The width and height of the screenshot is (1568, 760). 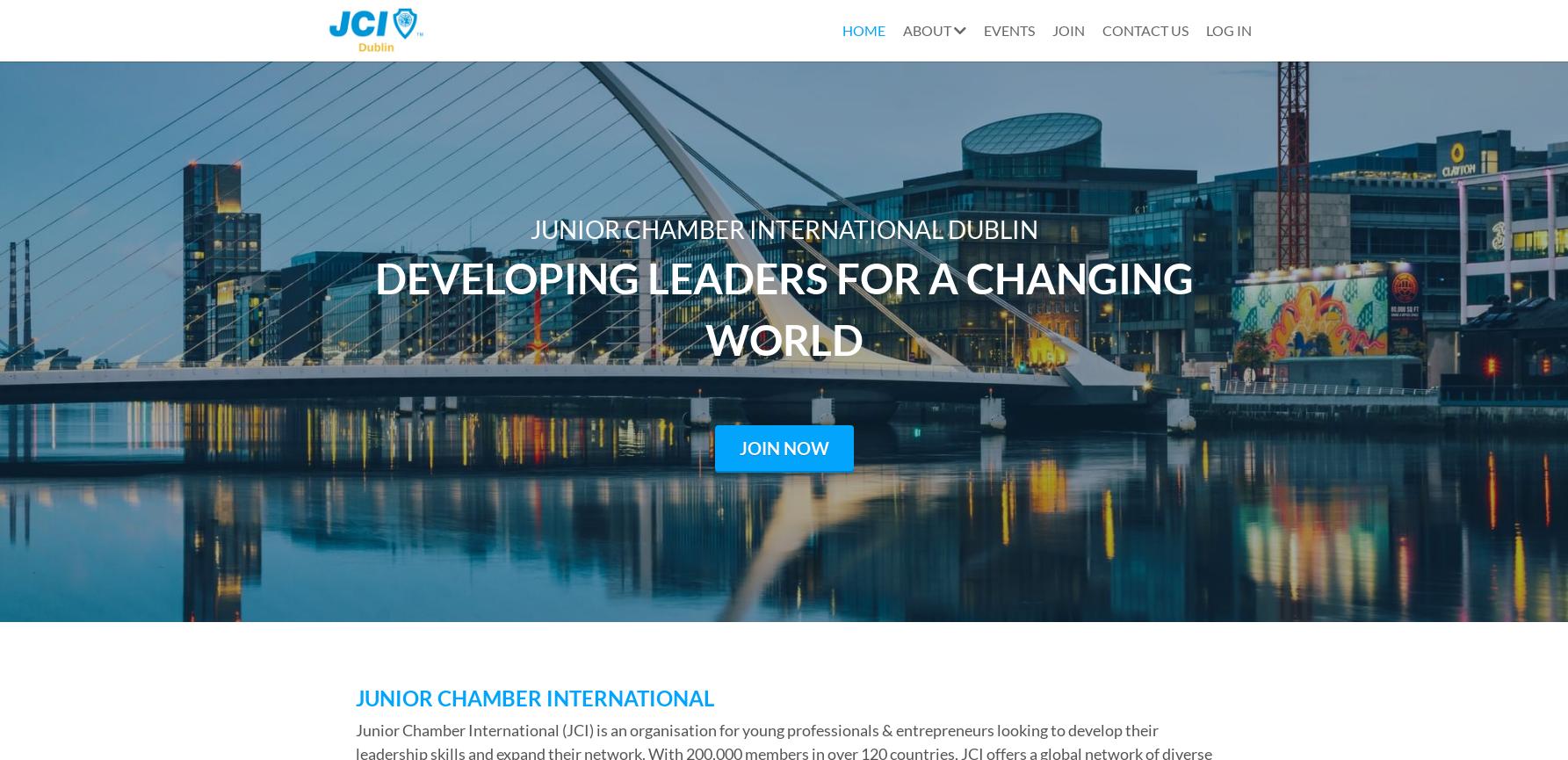 I want to click on 'LOG IN', so click(x=1228, y=30).